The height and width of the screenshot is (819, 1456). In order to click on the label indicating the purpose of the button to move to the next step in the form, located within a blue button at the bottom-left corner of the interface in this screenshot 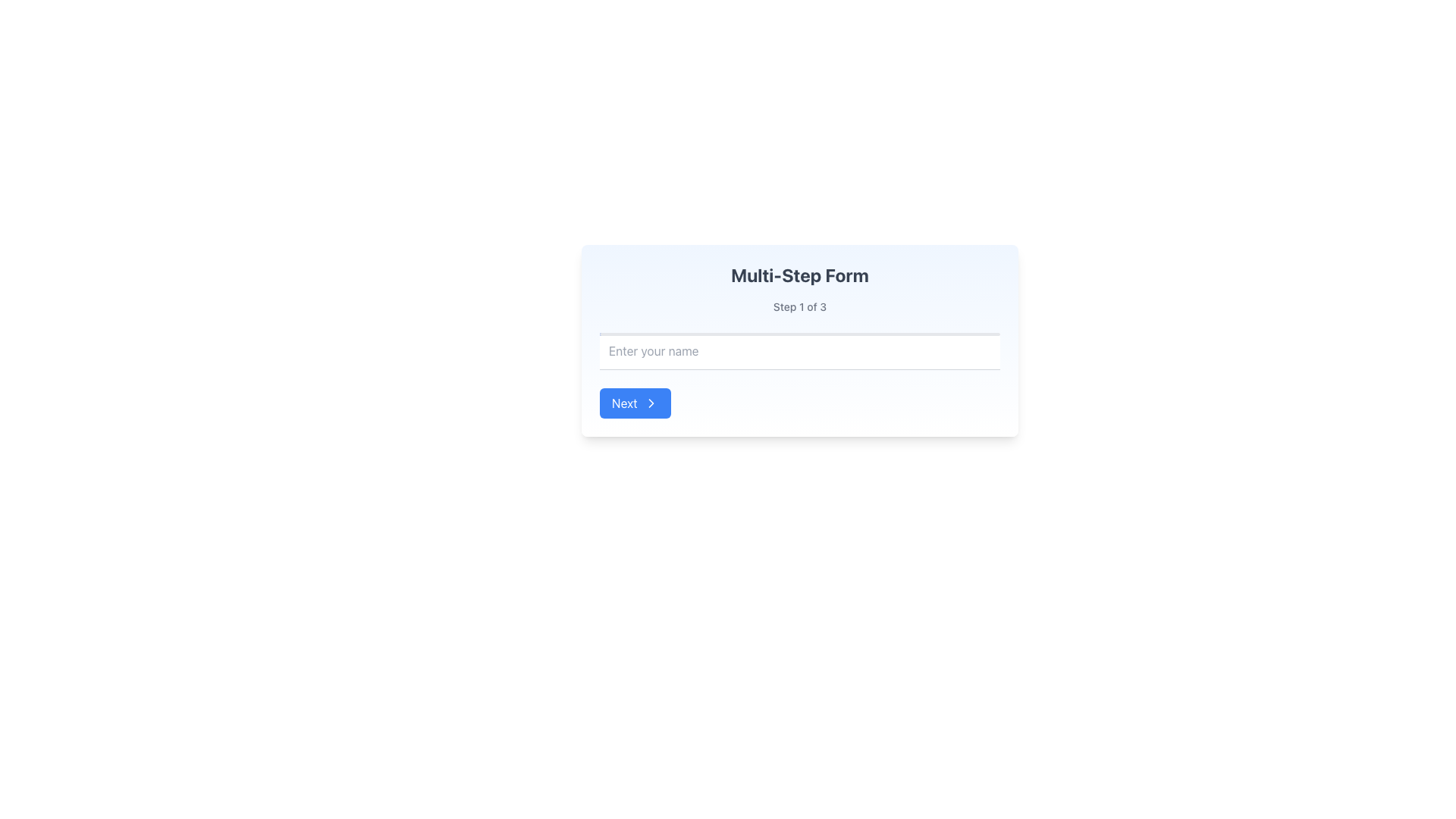, I will do `click(624, 403)`.